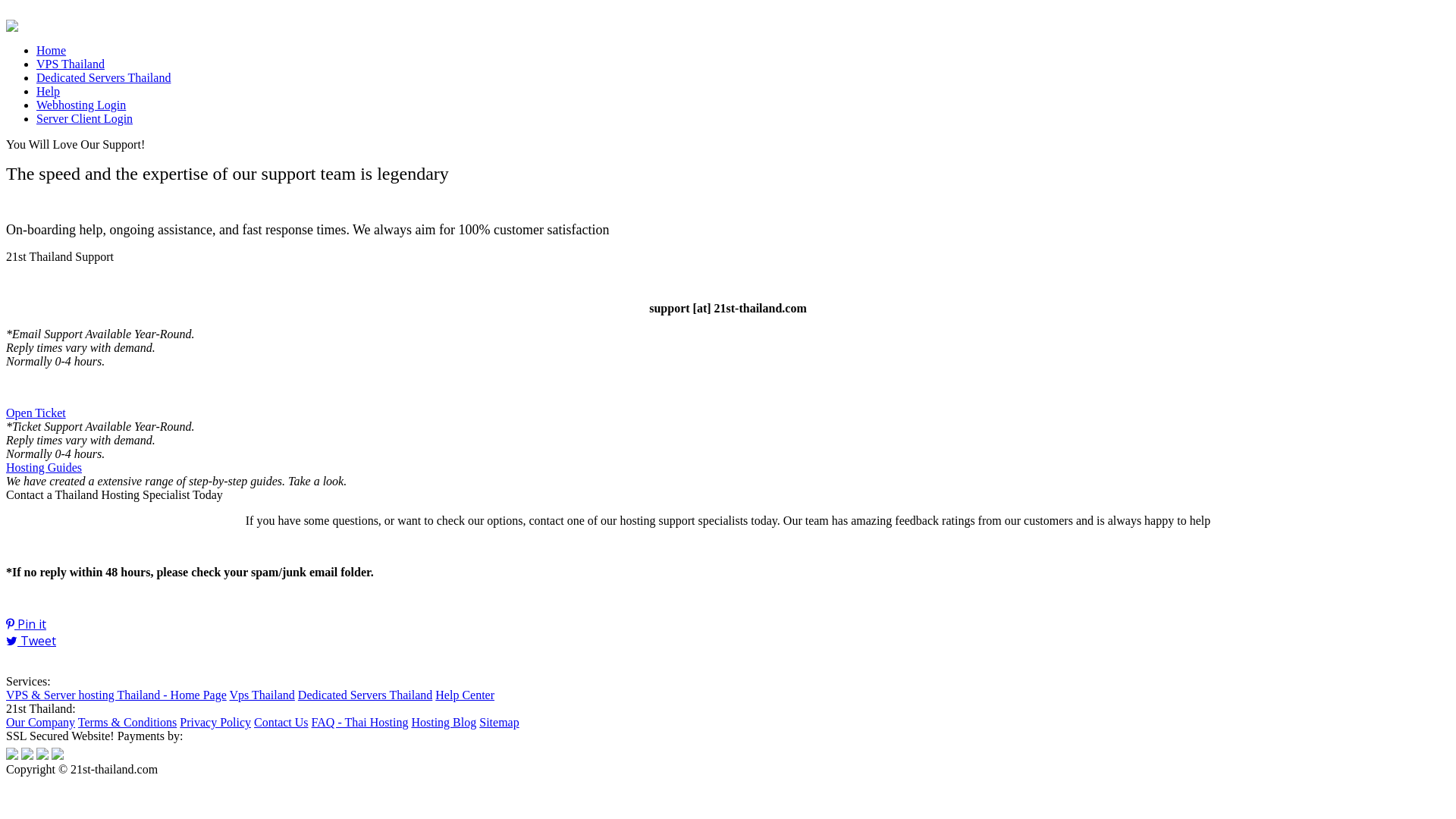 The height and width of the screenshot is (819, 1456). What do you see at coordinates (51, 49) in the screenshot?
I see `'Home'` at bounding box center [51, 49].